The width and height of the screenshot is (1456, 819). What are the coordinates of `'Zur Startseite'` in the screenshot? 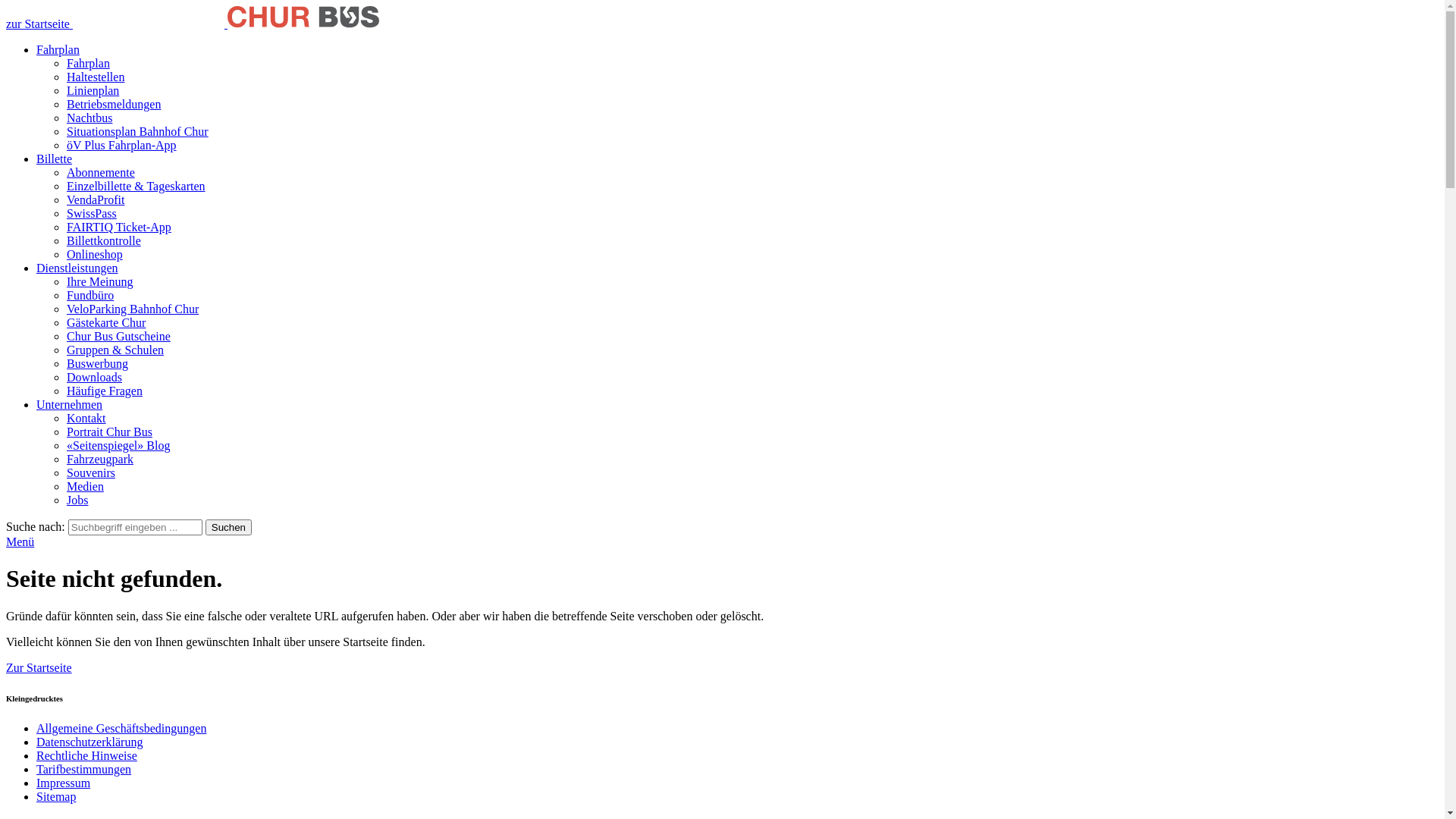 It's located at (6, 667).